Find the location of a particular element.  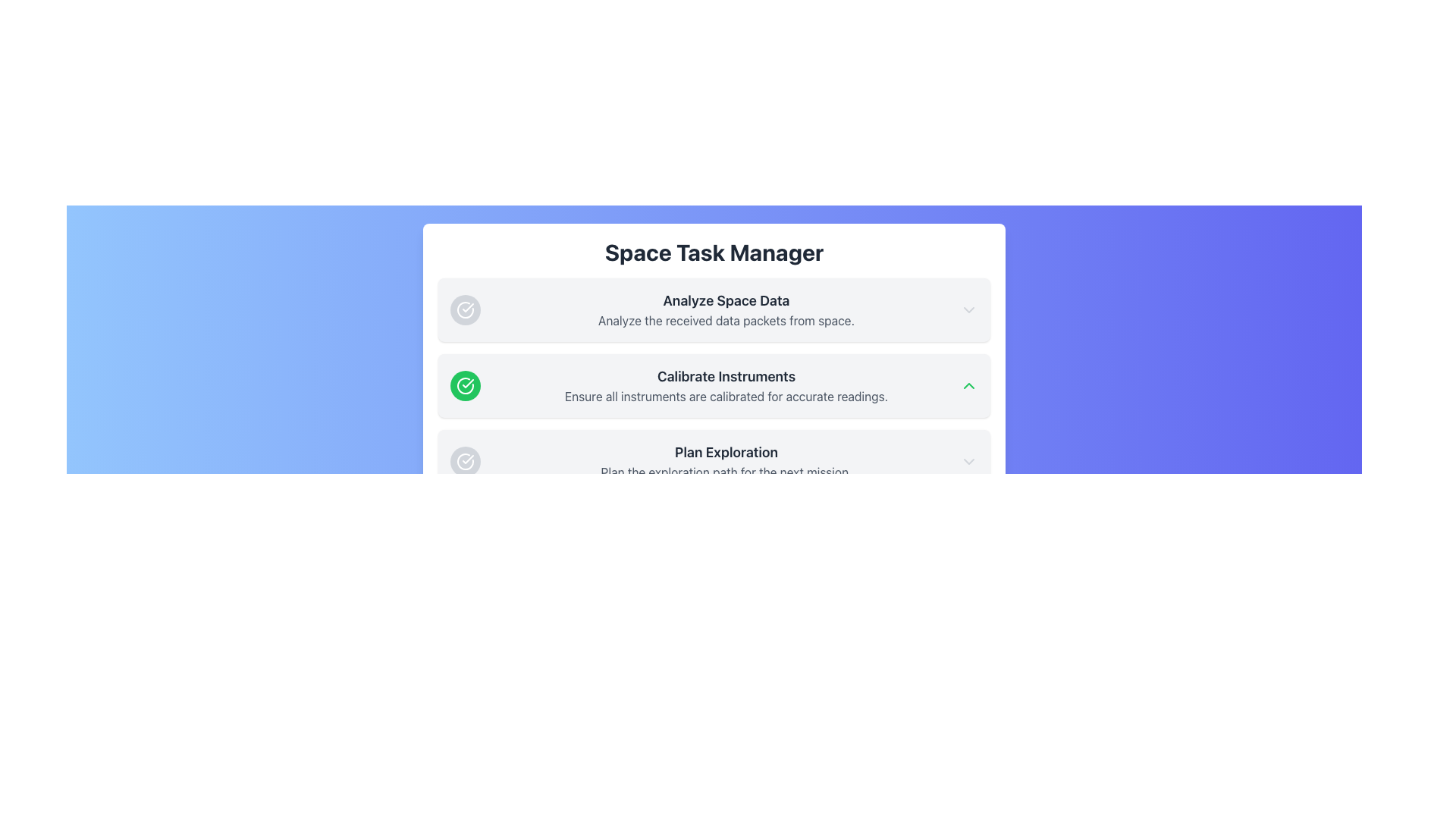

the completed status checkmark icon located to the left of the list item 'Calibrate Instruments' within the green circular icon is located at coordinates (467, 382).